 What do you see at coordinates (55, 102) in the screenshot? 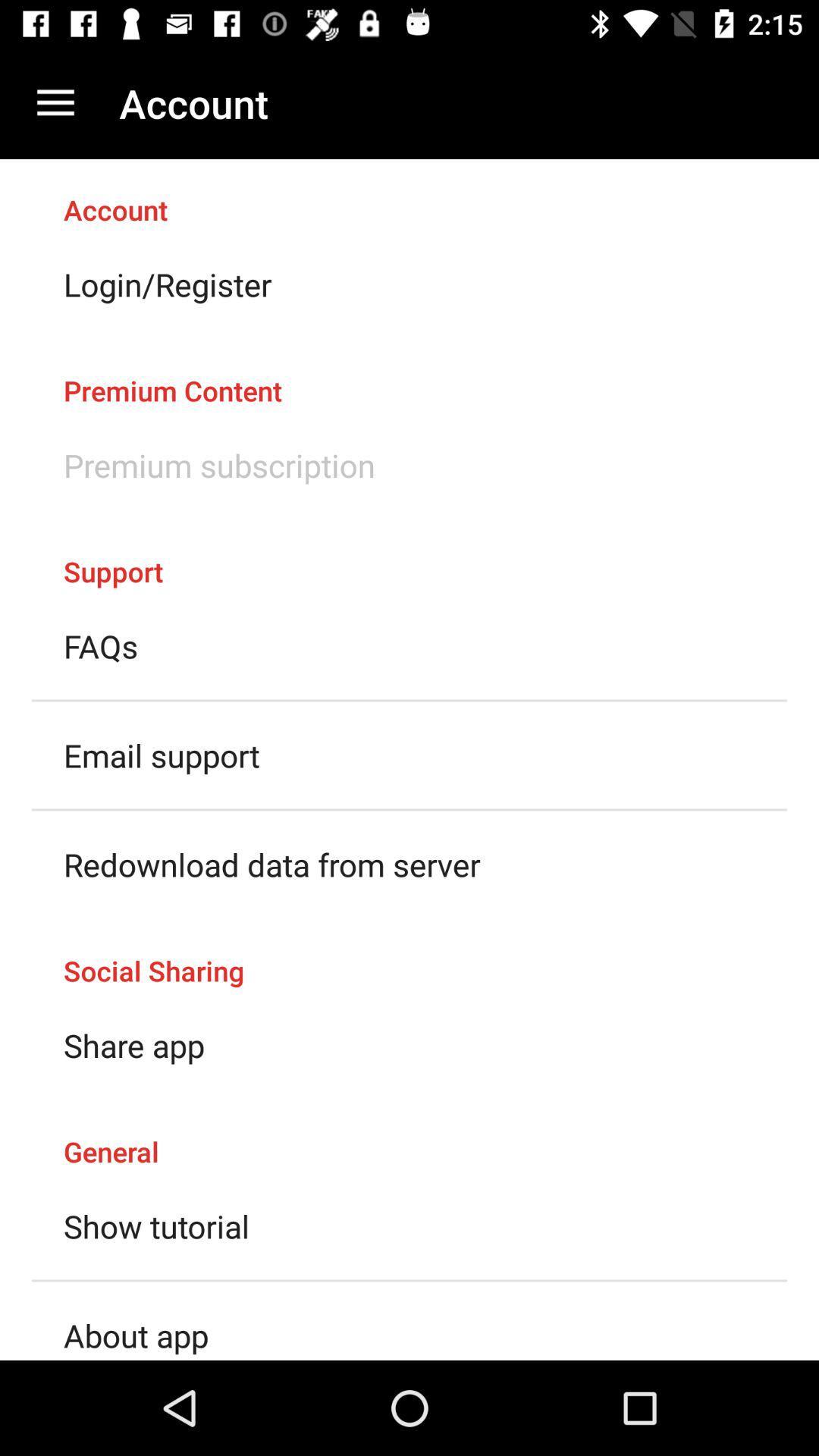
I see `item to the left of account item` at bounding box center [55, 102].